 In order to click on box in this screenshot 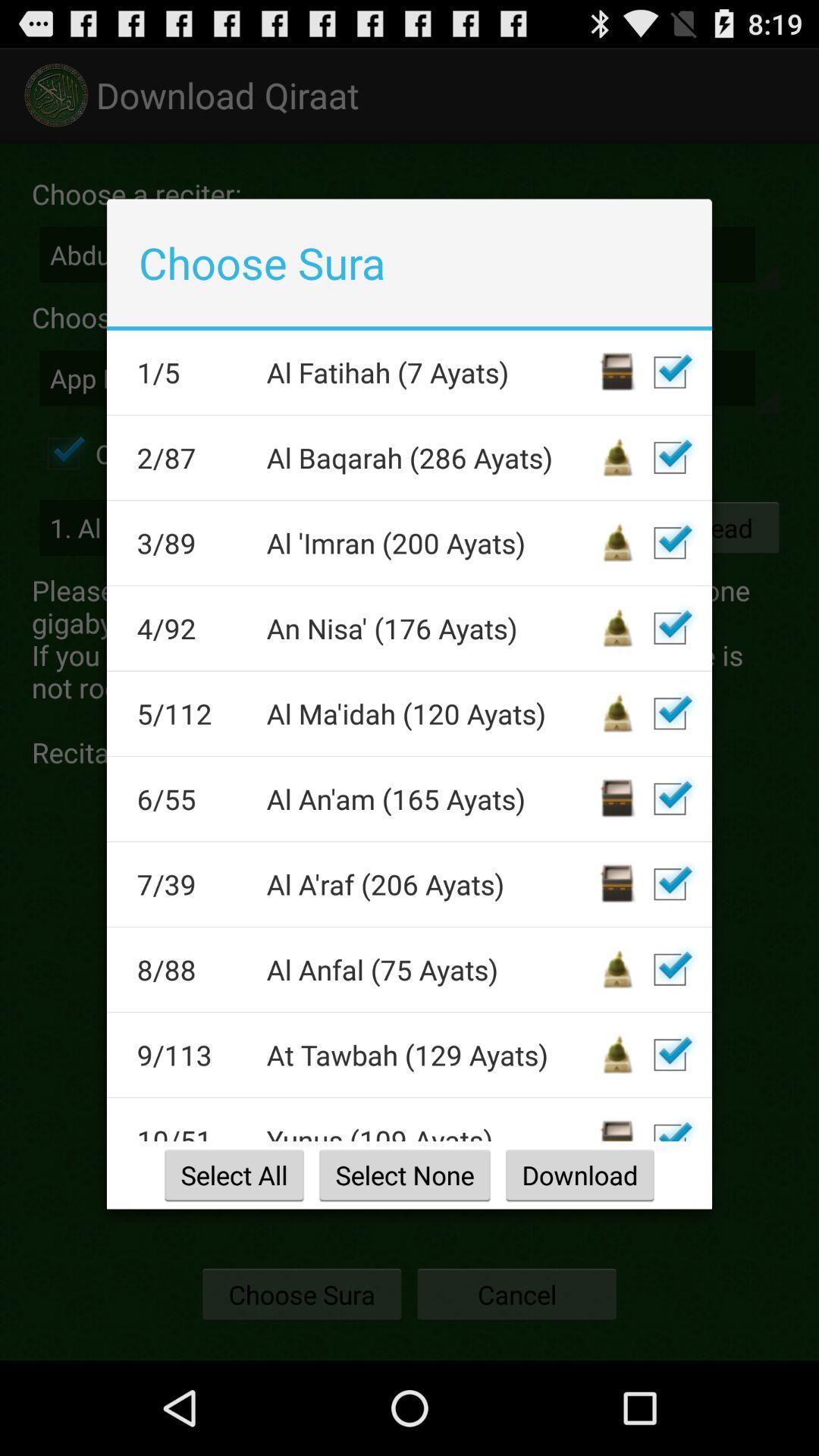, I will do `click(669, 543)`.